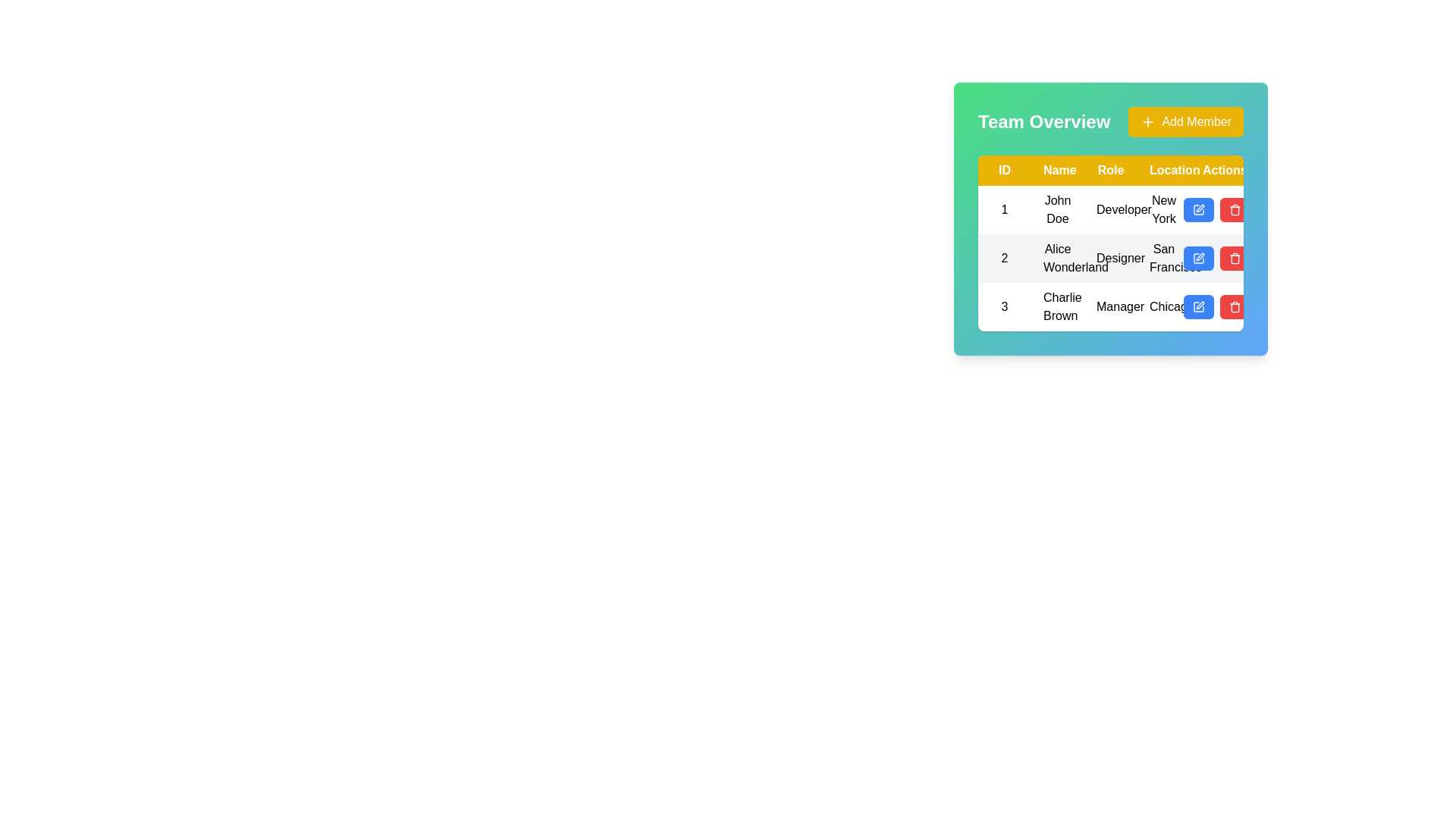 The image size is (1456, 819). I want to click on the location information text for 'John Doe' in the fourth column of the first row of the table, which is positioned to the right of the 'Role' column reading 'Developer', so click(1163, 210).